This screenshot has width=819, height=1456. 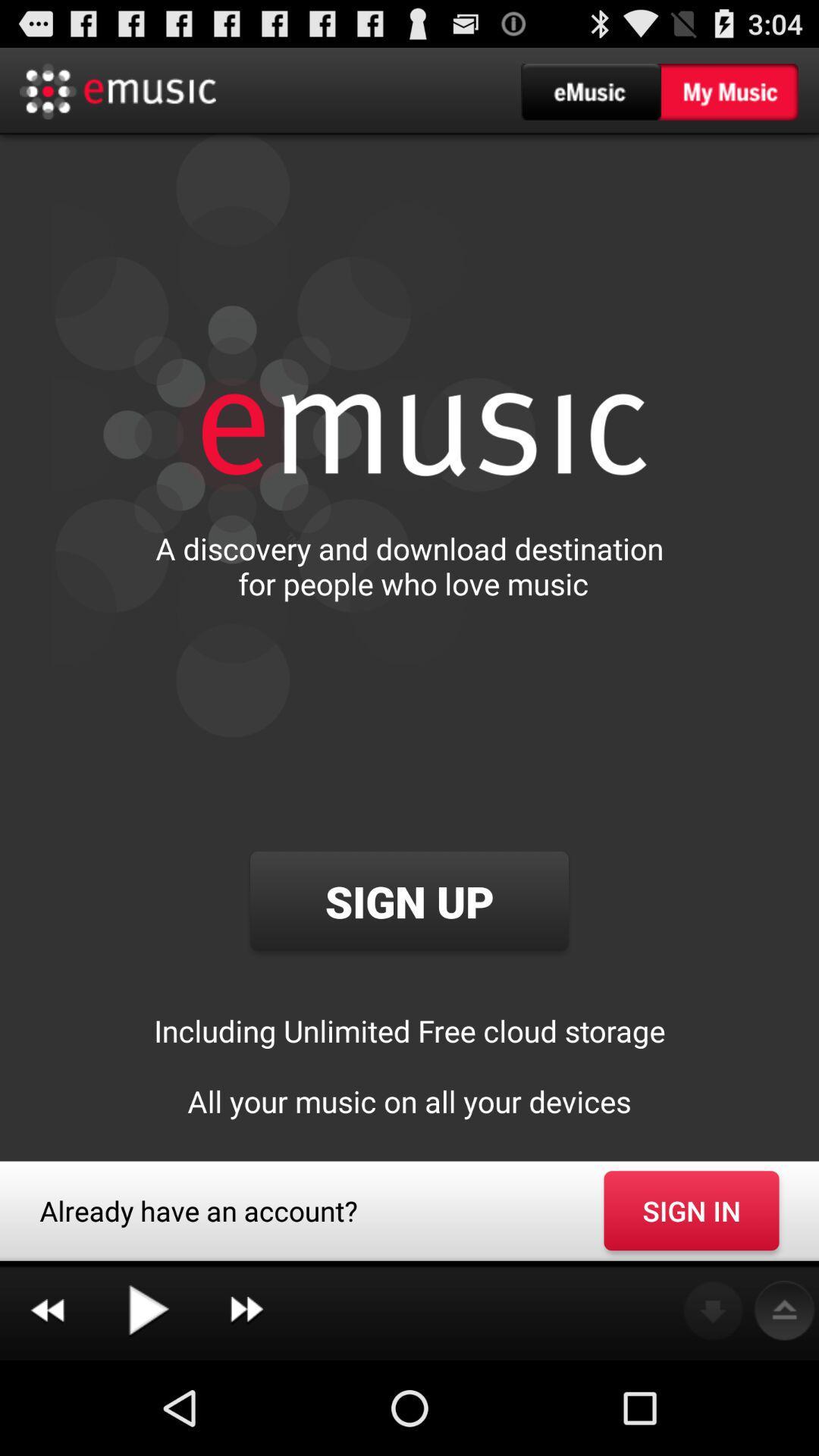 I want to click on the sign up, so click(x=409, y=901).